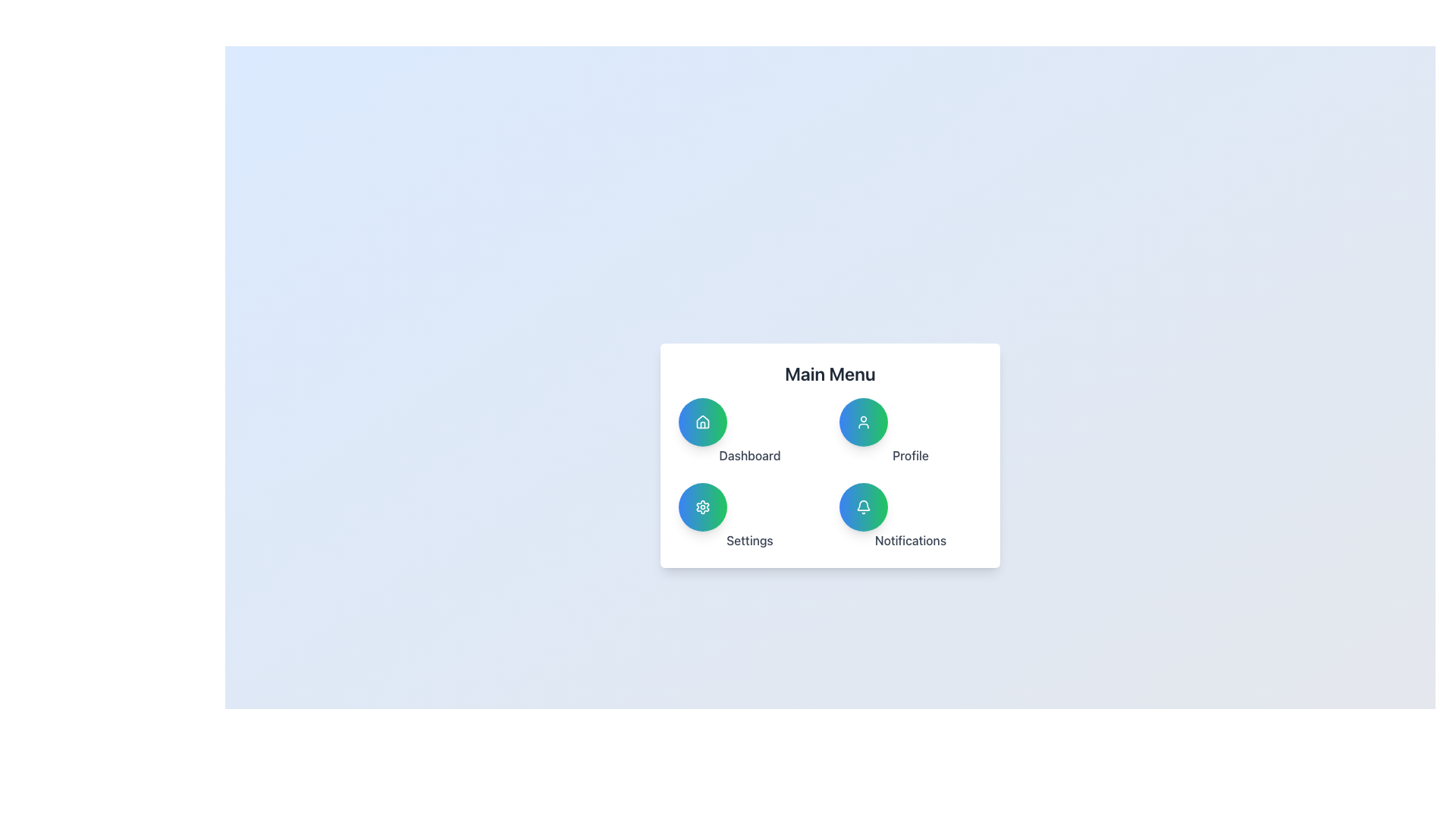 The height and width of the screenshot is (819, 1456). What do you see at coordinates (863, 422) in the screenshot?
I see `the user silhouette icon, which is centered inside a circular button with a gradient background in the top-right section of the menu grid` at bounding box center [863, 422].